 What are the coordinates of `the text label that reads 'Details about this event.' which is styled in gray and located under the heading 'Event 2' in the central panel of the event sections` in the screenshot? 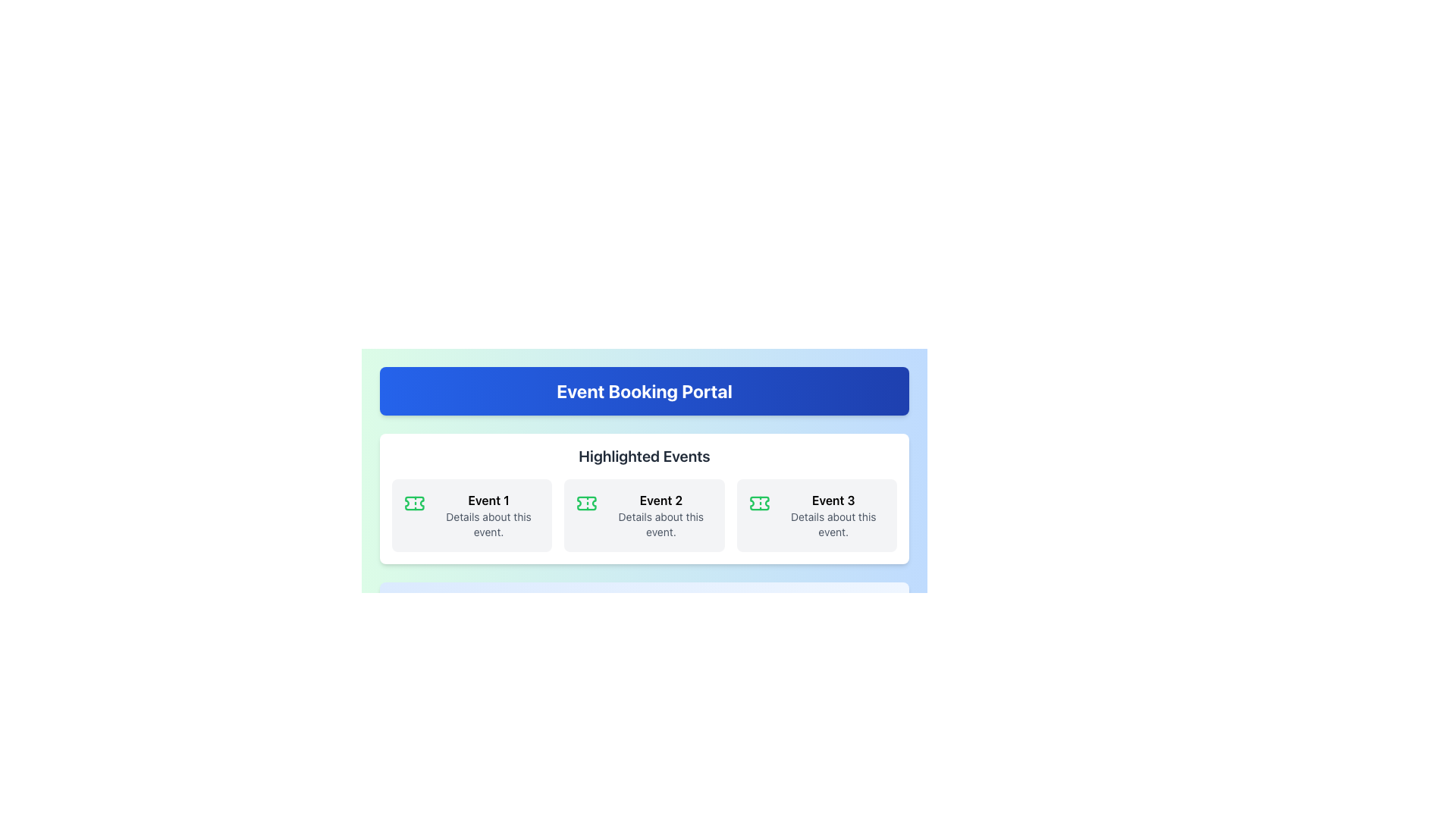 It's located at (661, 523).